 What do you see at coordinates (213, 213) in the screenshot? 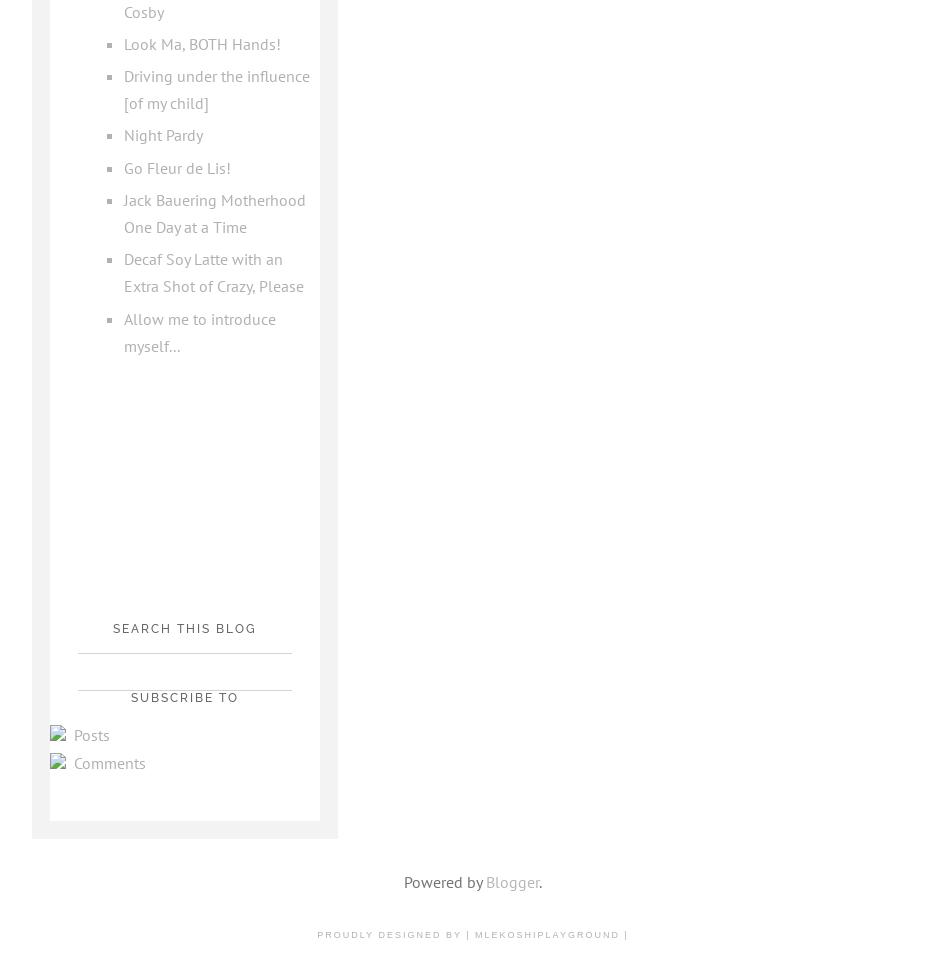
I see `'Jack Bauering Motherhood One Day at a Time'` at bounding box center [213, 213].